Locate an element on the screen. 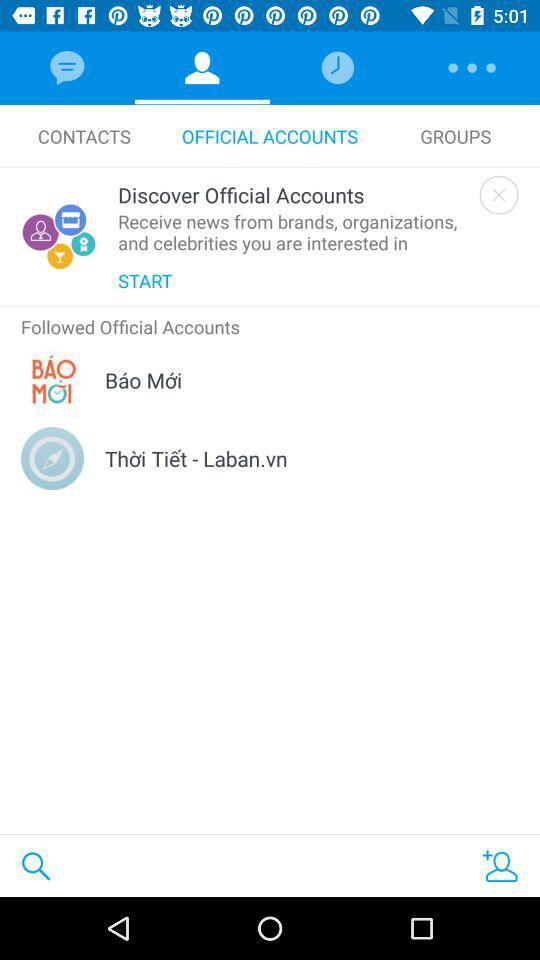 Image resolution: width=540 pixels, height=960 pixels. the icon above the followed official accounts item is located at coordinates (270, 306).